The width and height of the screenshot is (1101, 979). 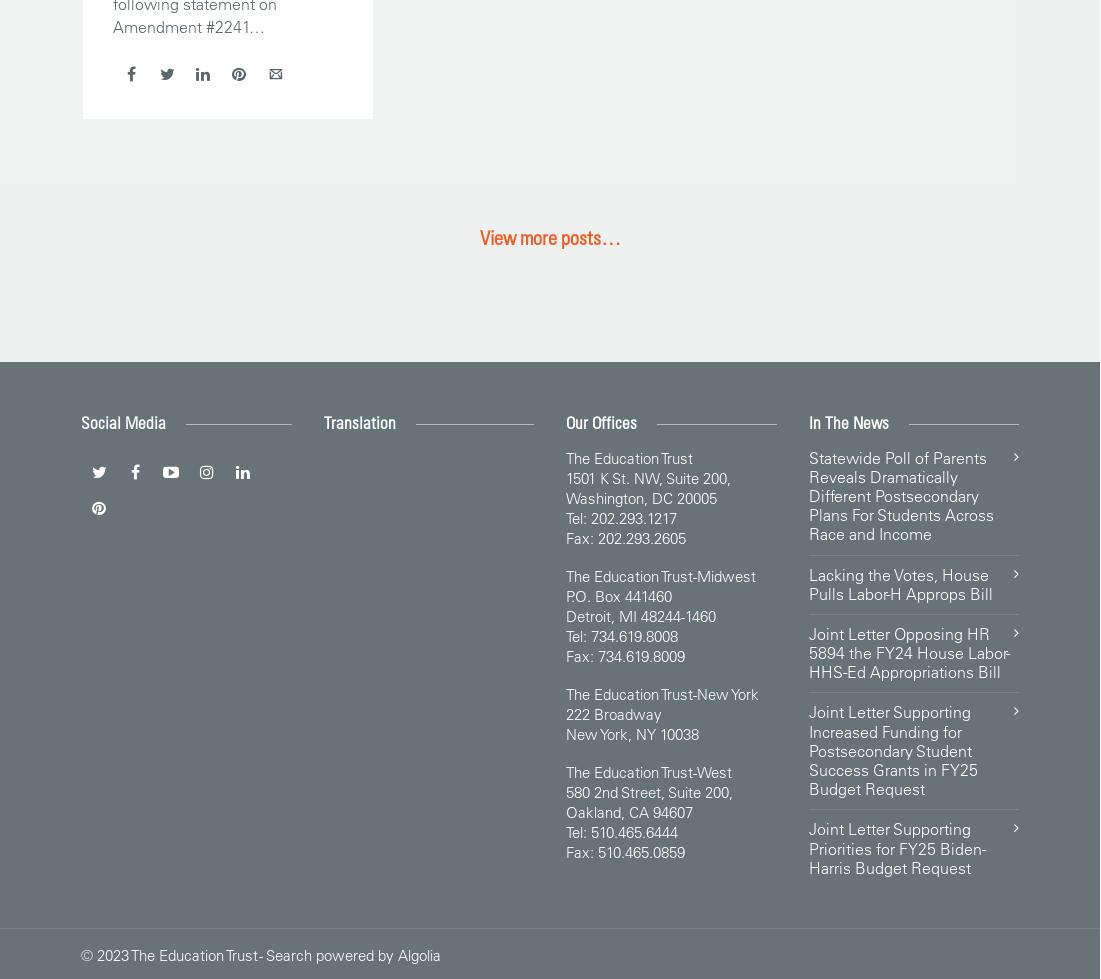 What do you see at coordinates (566, 614) in the screenshot?
I see `'Detroit, MI 48244-1460'` at bounding box center [566, 614].